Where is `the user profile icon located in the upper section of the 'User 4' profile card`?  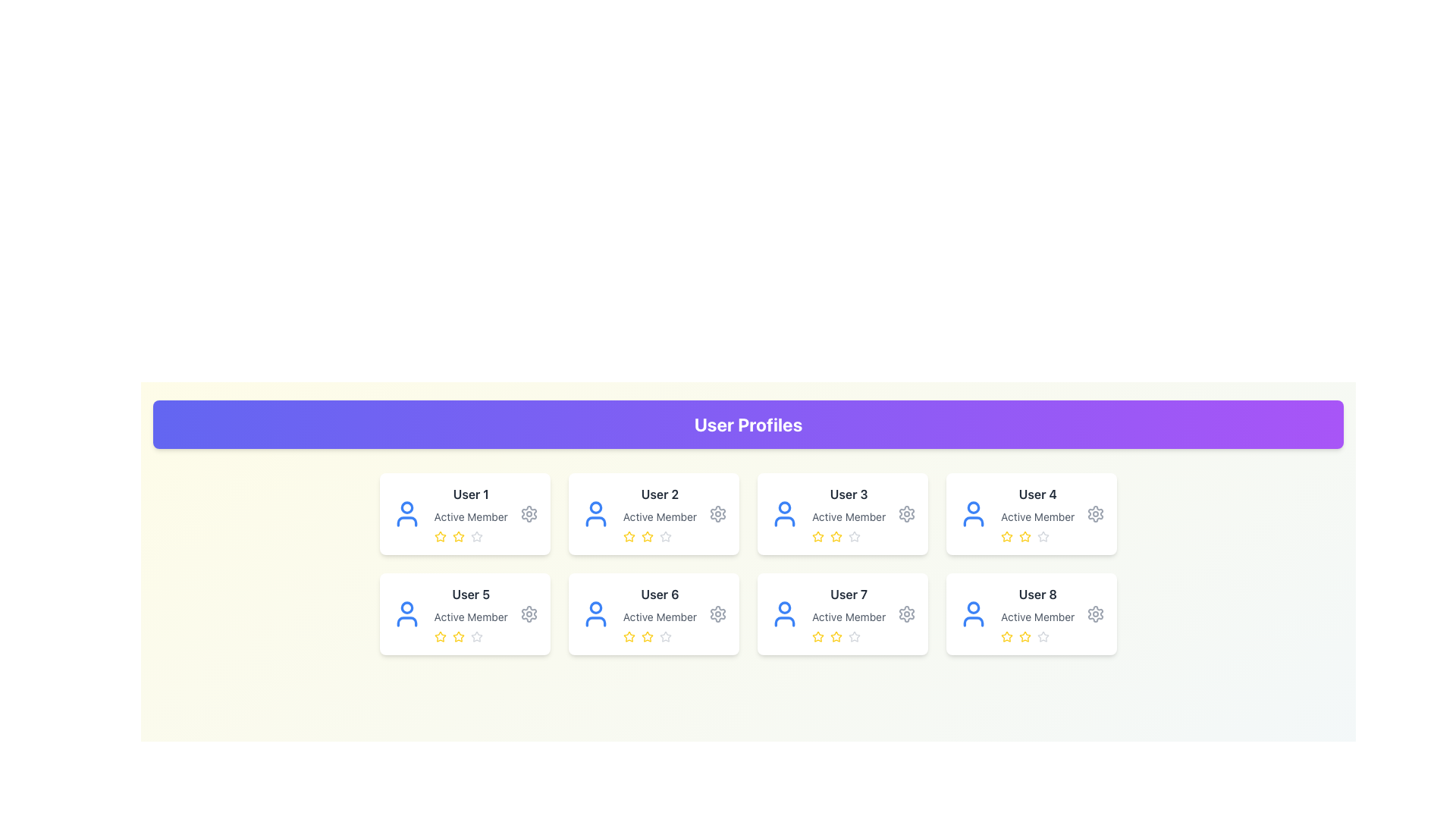
the user profile icon located in the upper section of the 'User 4' profile card is located at coordinates (974, 507).